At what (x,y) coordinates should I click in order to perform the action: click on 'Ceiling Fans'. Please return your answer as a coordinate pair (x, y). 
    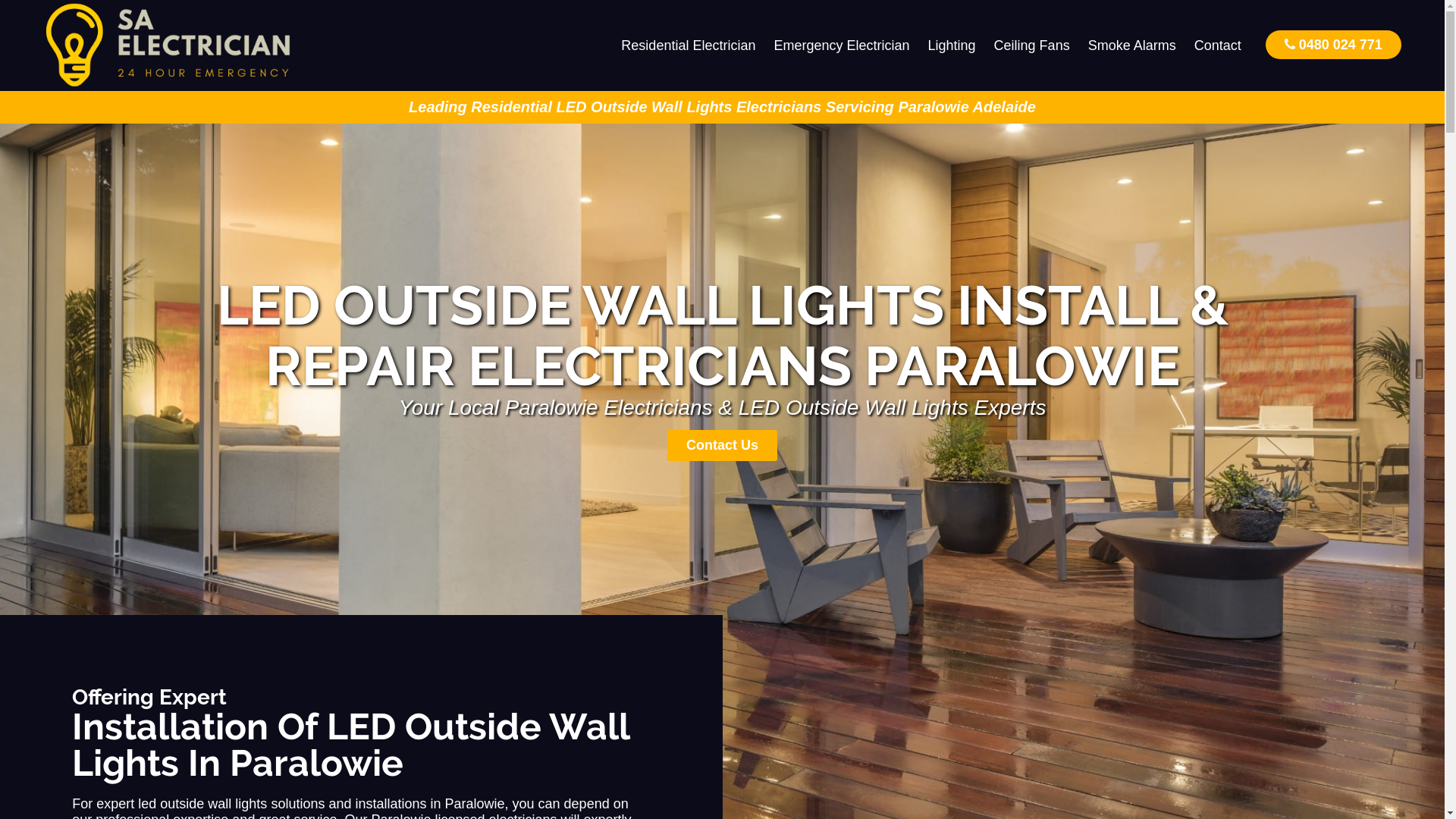
    Looking at the image, I should click on (1031, 45).